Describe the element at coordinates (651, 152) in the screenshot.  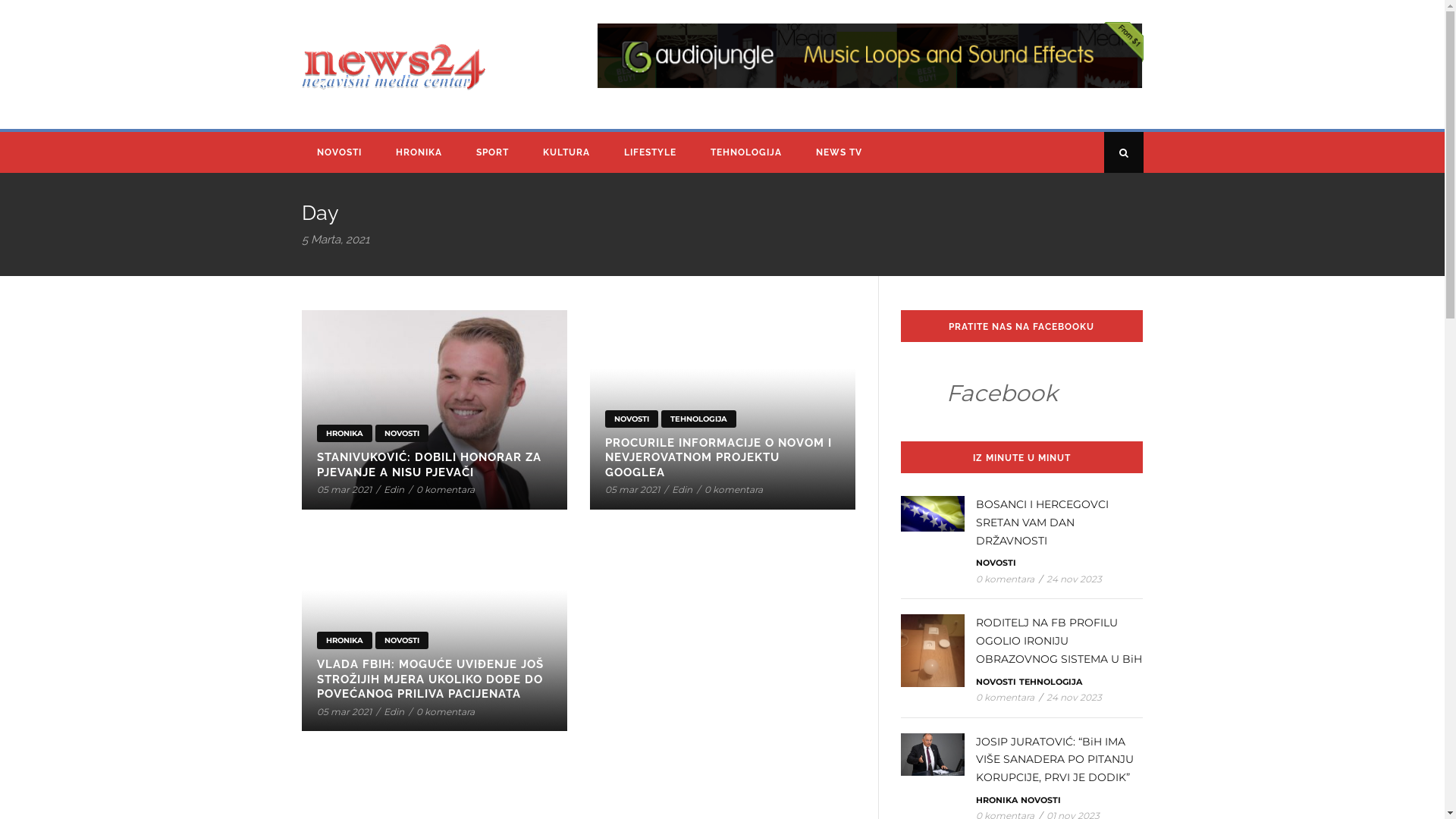
I see `'LIFESTYLE'` at that location.